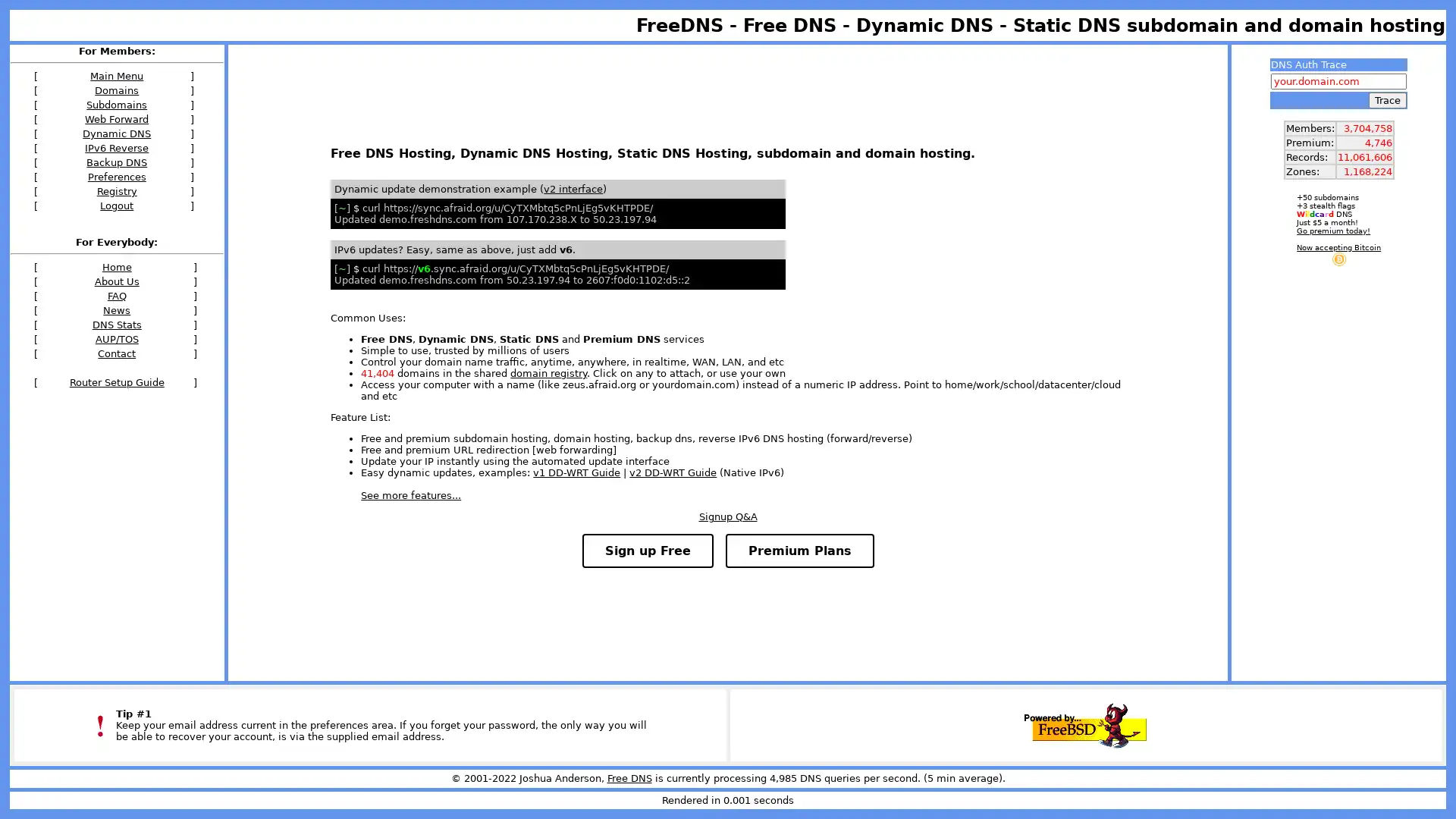 This screenshot has width=1456, height=819. What do you see at coordinates (1387, 100) in the screenshot?
I see `Trace` at bounding box center [1387, 100].